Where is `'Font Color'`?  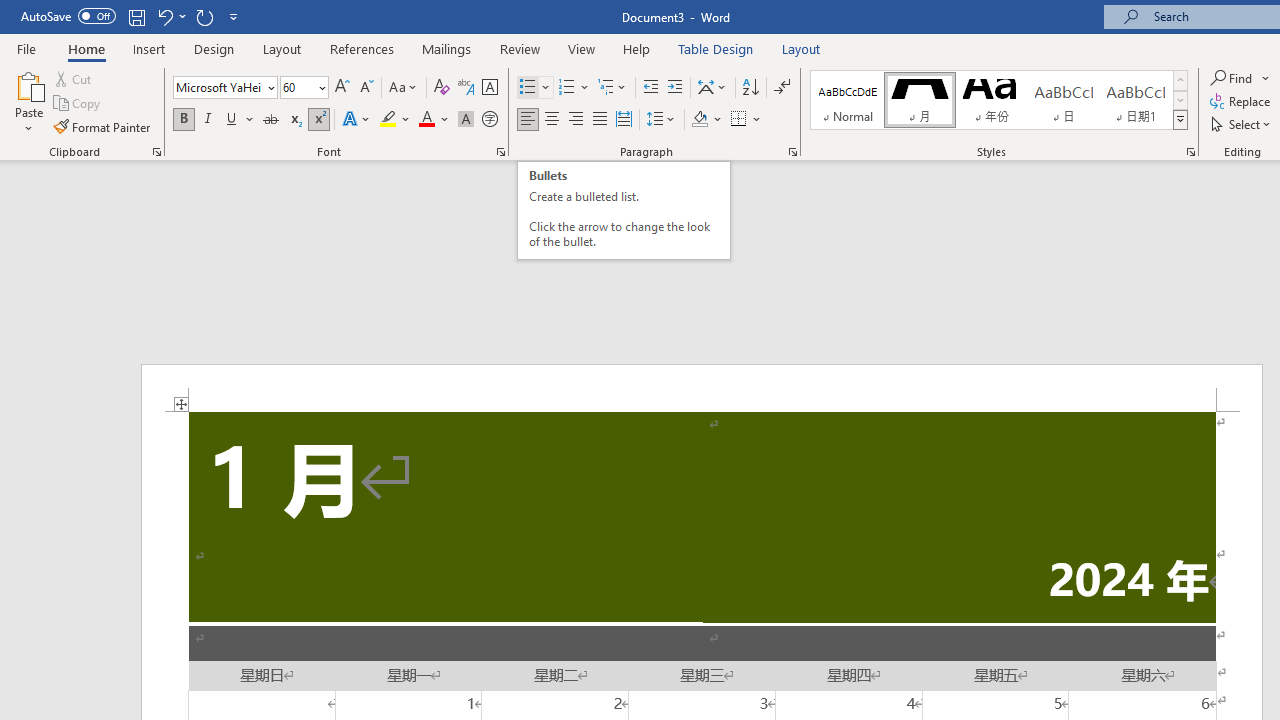 'Font Color' is located at coordinates (433, 119).